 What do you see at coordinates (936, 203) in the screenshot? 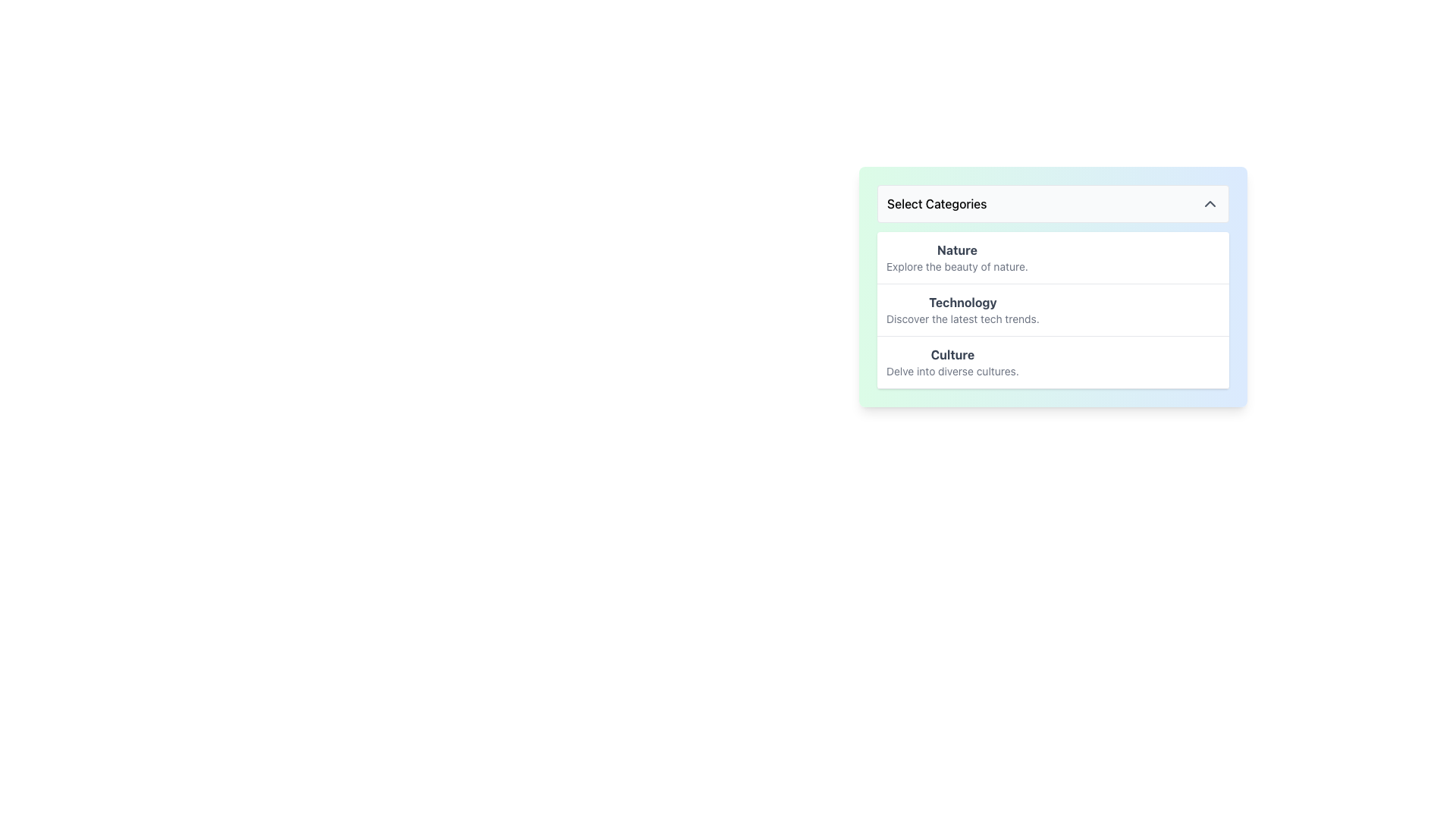
I see `text content of the title or heading element located in the top-left corner of the dropdown menu interface, which is above the list of categories` at bounding box center [936, 203].